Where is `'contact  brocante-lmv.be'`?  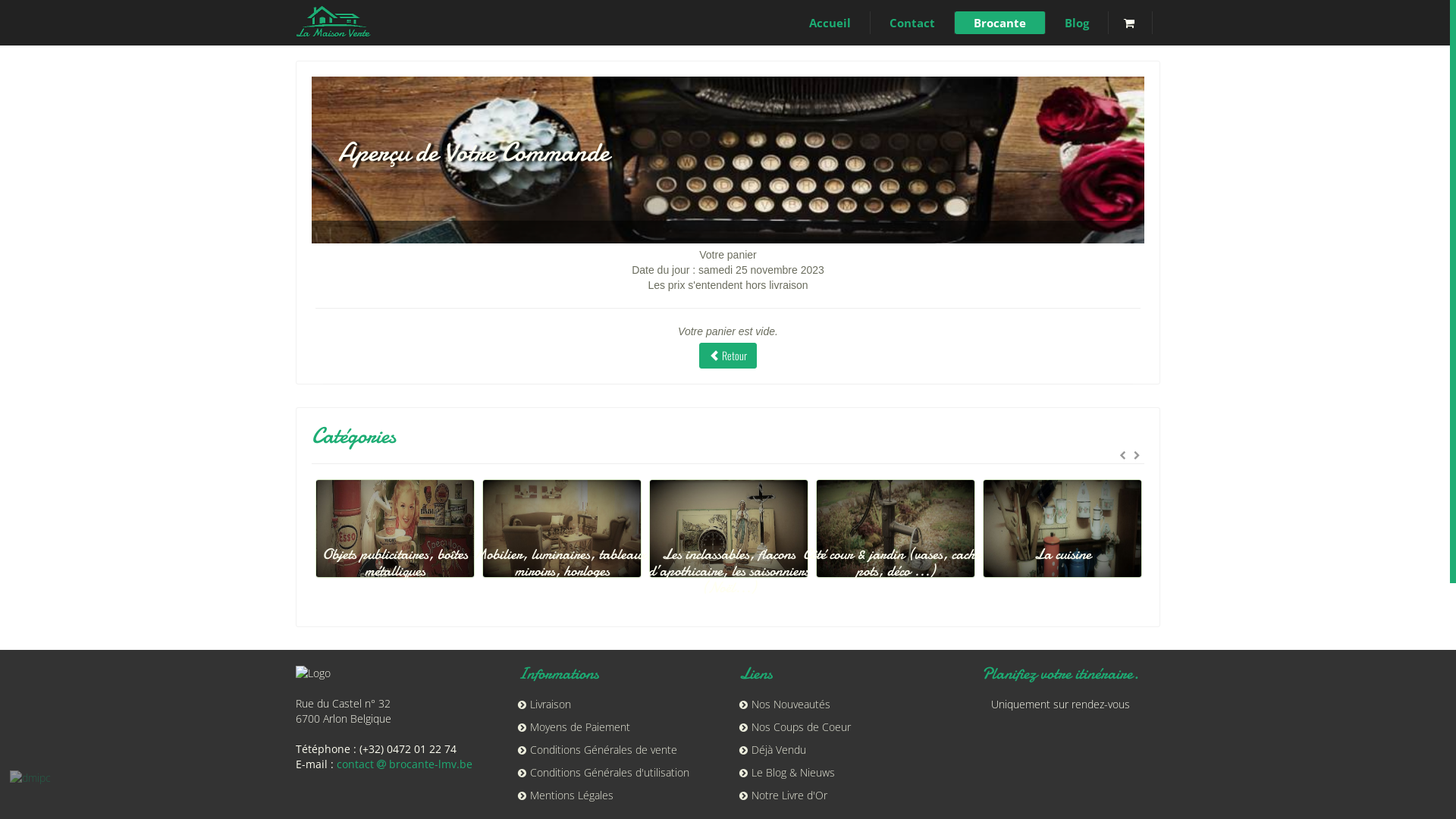 'contact  brocante-lmv.be' is located at coordinates (404, 764).